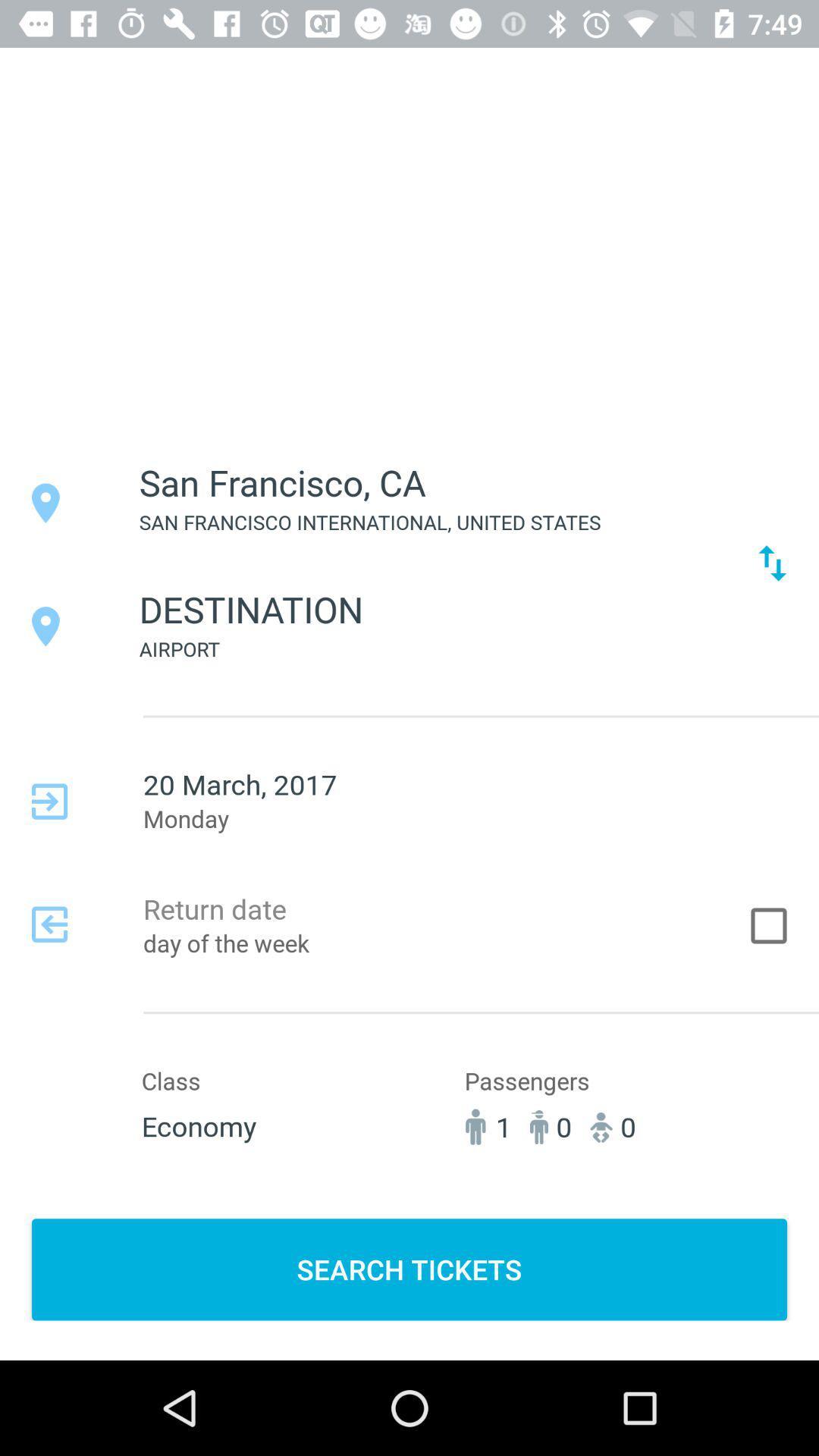 Image resolution: width=819 pixels, height=1456 pixels. Describe the element at coordinates (772, 562) in the screenshot. I see `the item to the right of the san francisco international icon` at that location.